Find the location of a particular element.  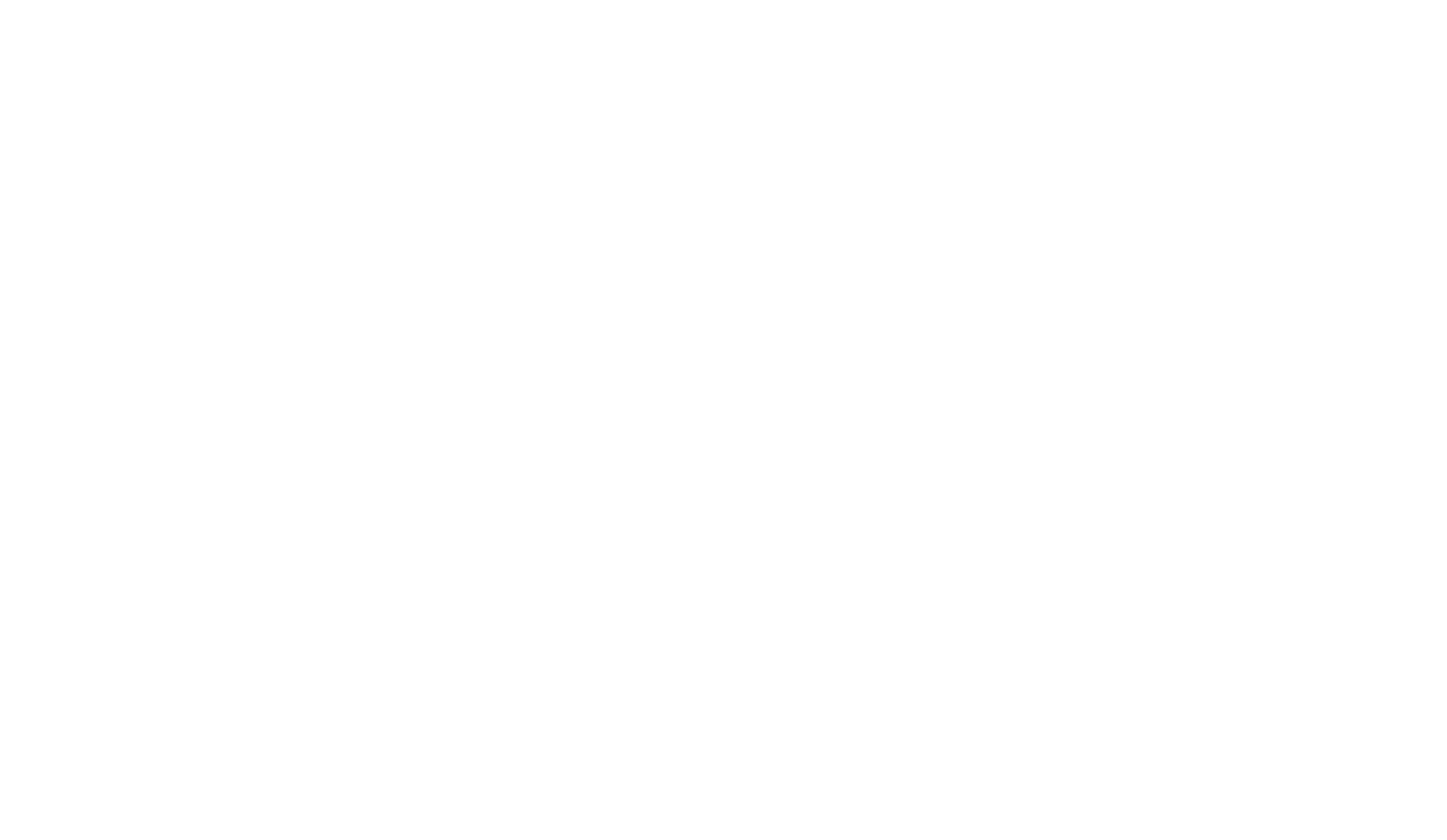

'Spotted par jilp95' is located at coordinates (346, 31).